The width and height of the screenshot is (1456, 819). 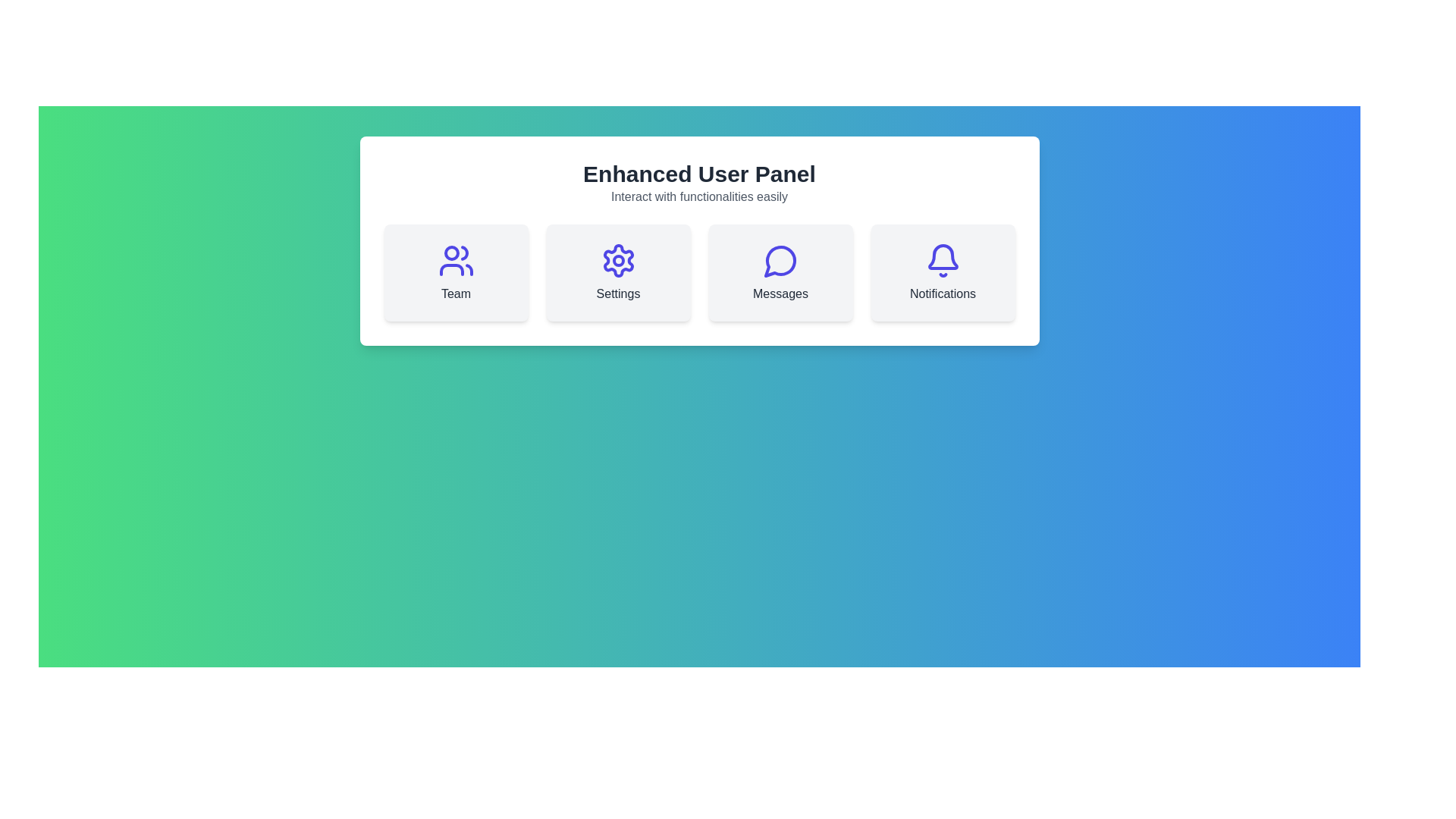 I want to click on the SVG graphic of the speech bubble icon located in the 'Messages' card, so click(x=780, y=259).